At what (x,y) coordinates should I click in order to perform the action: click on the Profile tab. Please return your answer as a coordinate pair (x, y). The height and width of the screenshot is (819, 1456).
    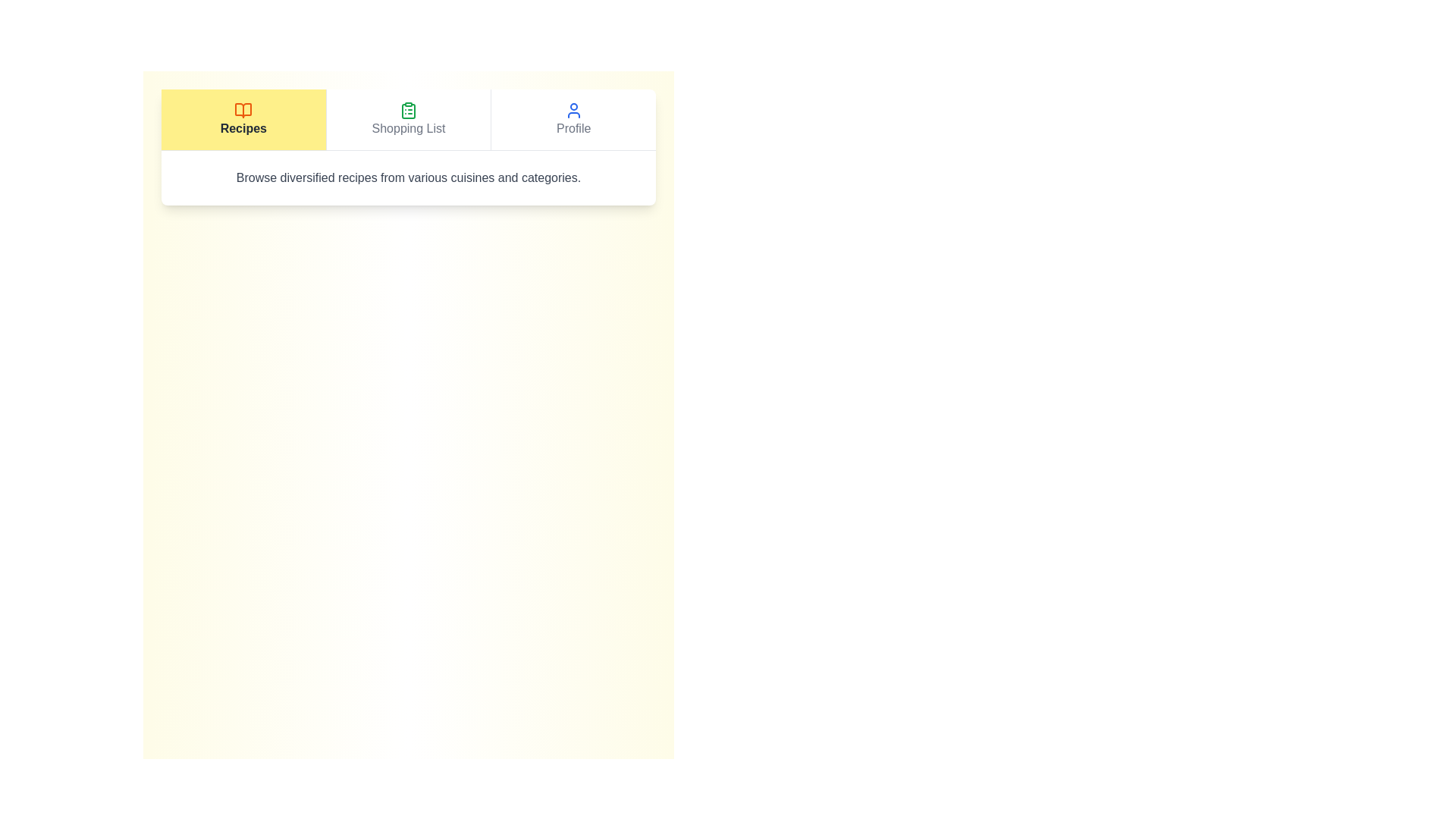
    Looking at the image, I should click on (572, 119).